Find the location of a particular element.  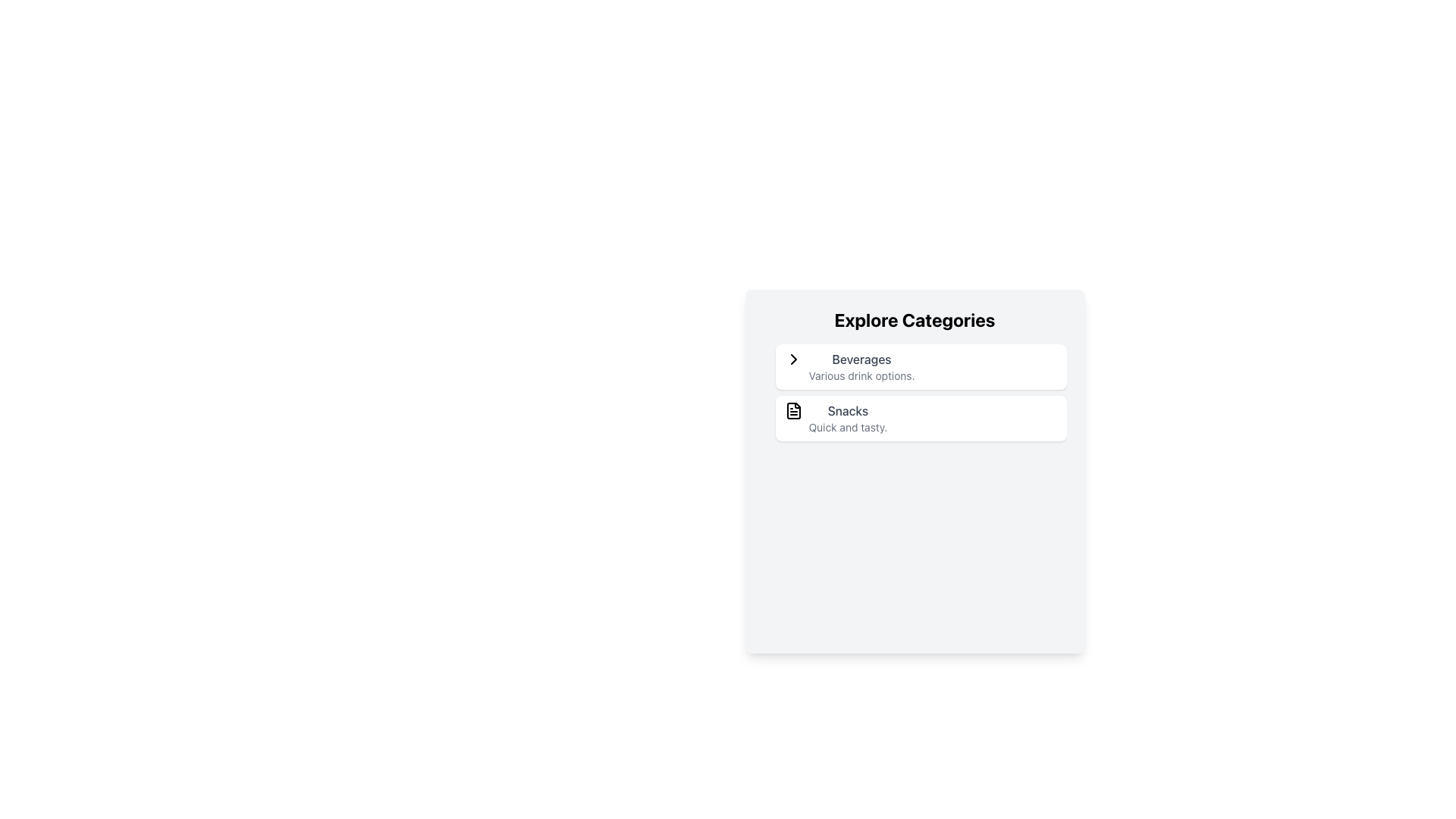

the right-pointing chevron icon located next to the text 'Beverages' in the top item of the list under 'Explore Categories' is located at coordinates (792, 359).